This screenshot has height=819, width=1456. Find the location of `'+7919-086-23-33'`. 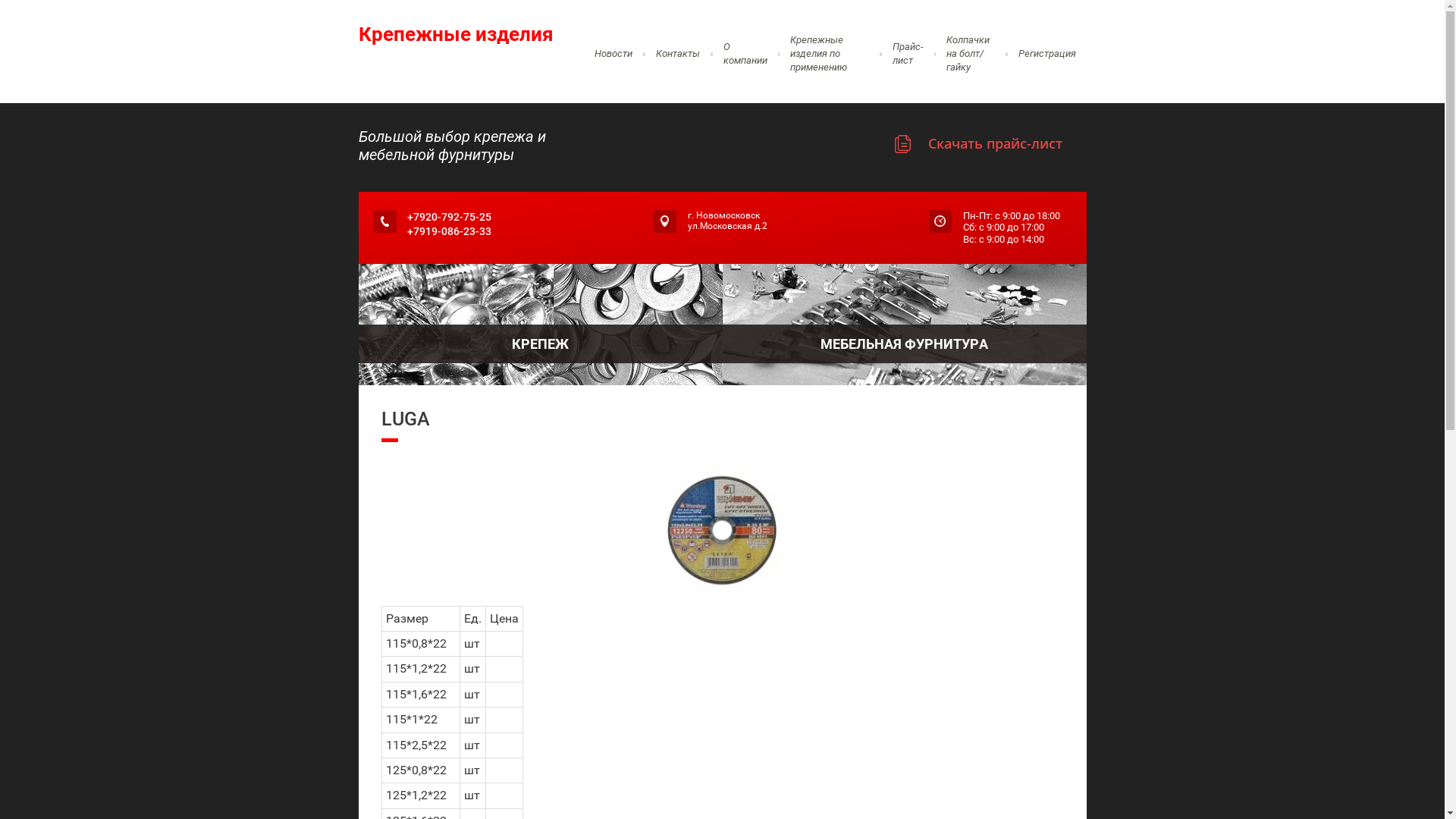

'+7919-086-23-33' is located at coordinates (447, 231).